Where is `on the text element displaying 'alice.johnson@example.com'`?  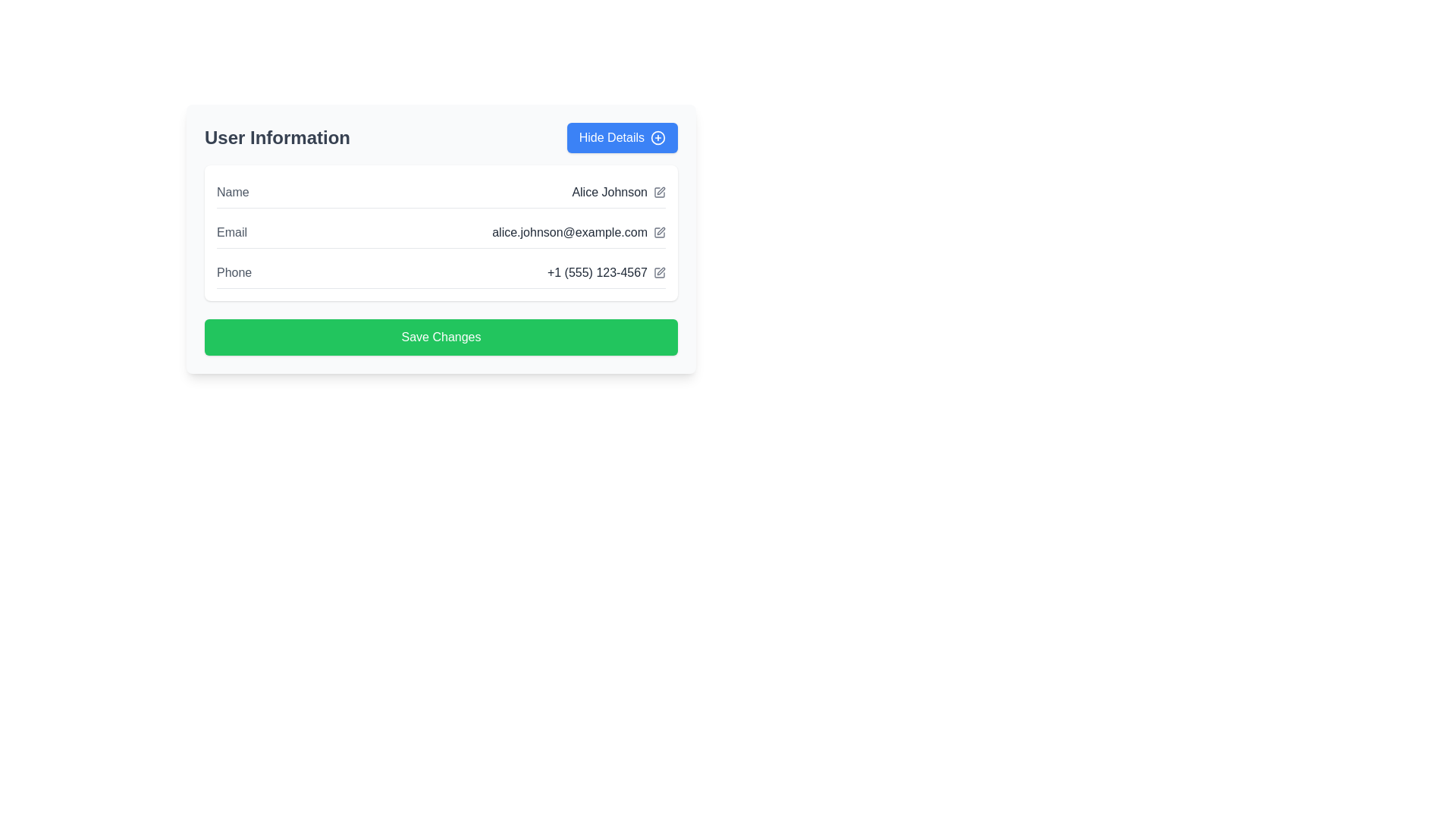 on the text element displaying 'alice.johnson@example.com' is located at coordinates (578, 233).